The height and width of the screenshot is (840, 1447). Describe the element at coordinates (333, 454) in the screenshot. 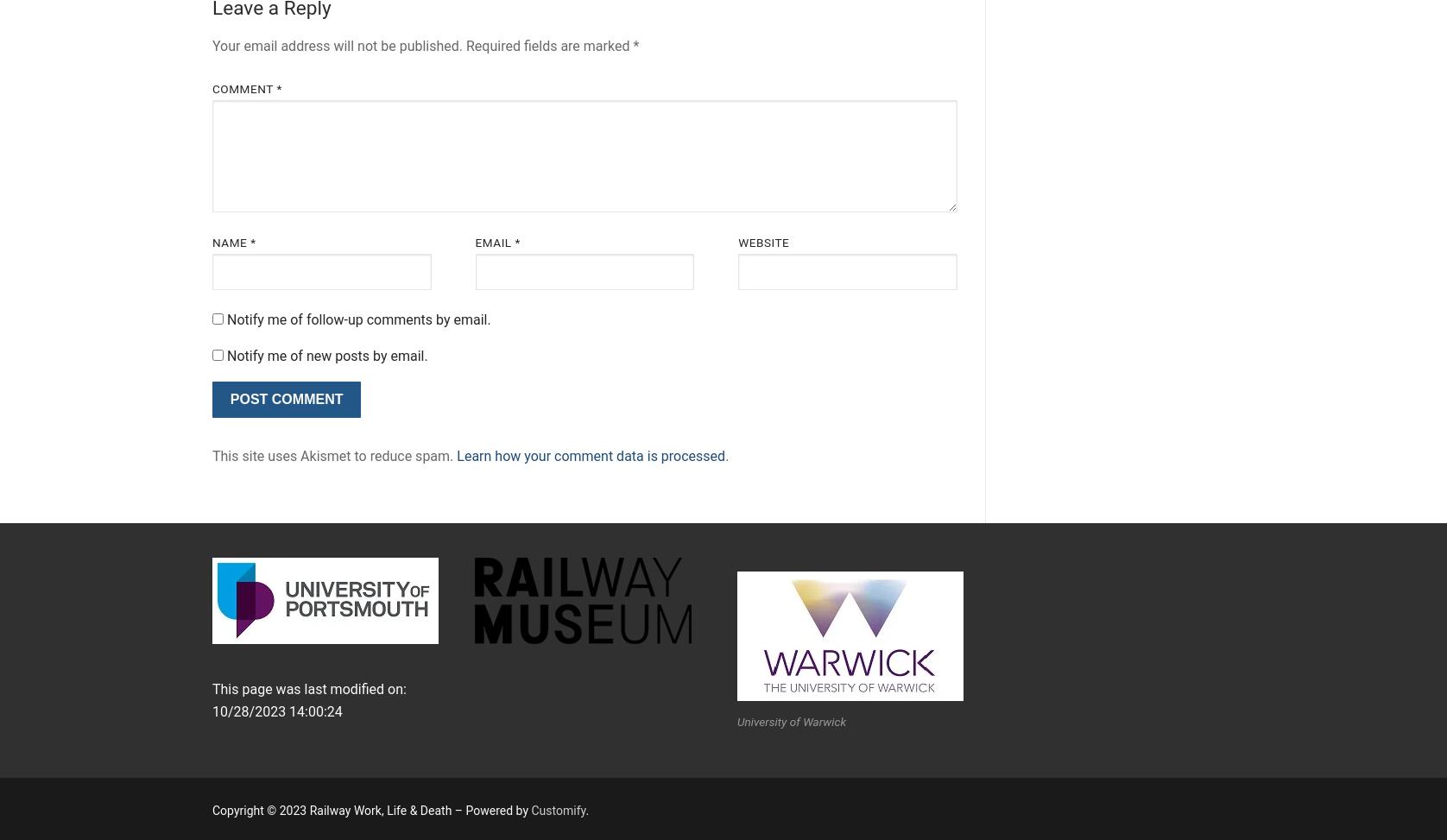

I see `'This site uses Akismet to reduce spam.'` at that location.